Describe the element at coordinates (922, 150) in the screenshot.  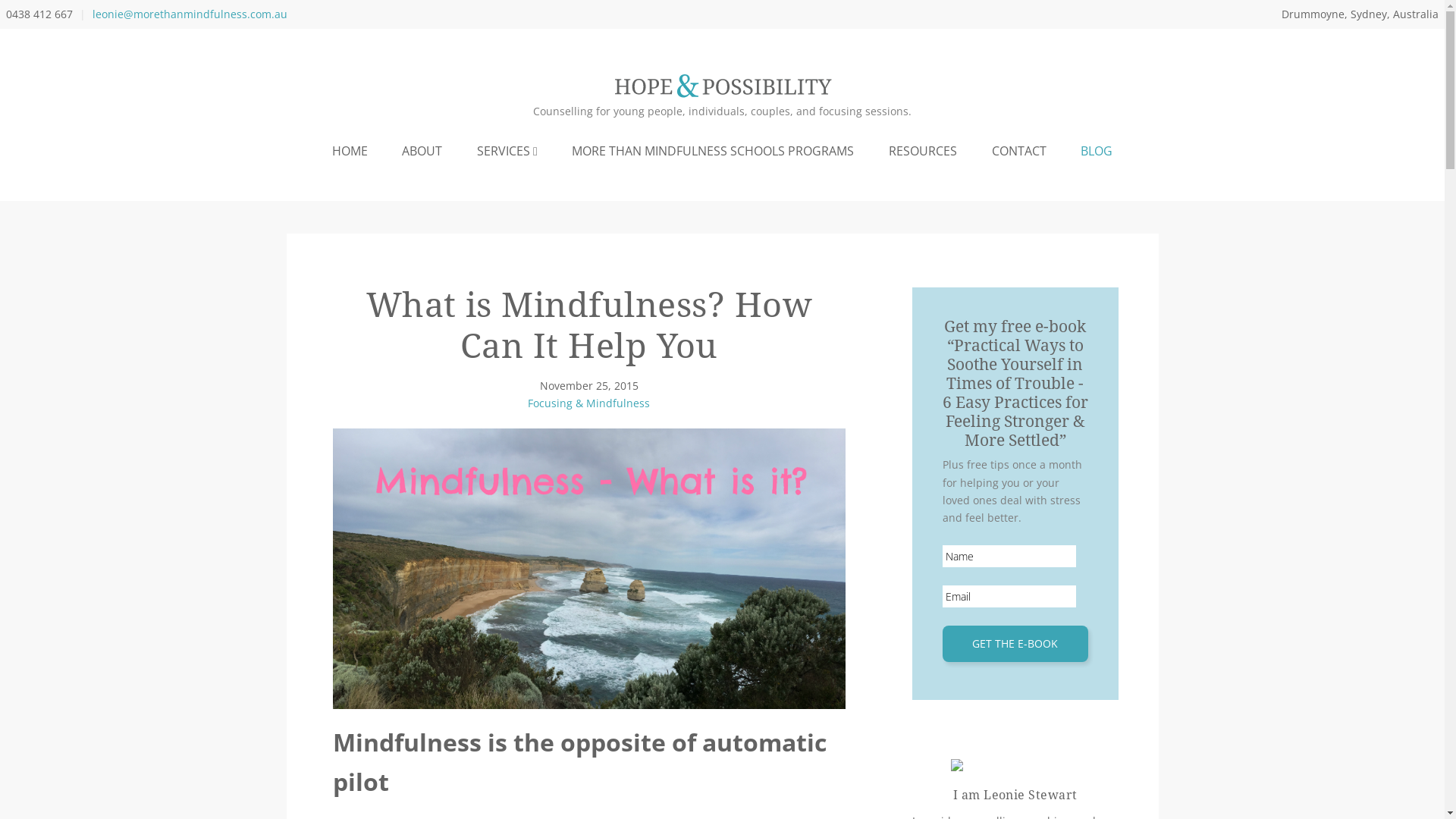
I see `'RESOURCES'` at that location.